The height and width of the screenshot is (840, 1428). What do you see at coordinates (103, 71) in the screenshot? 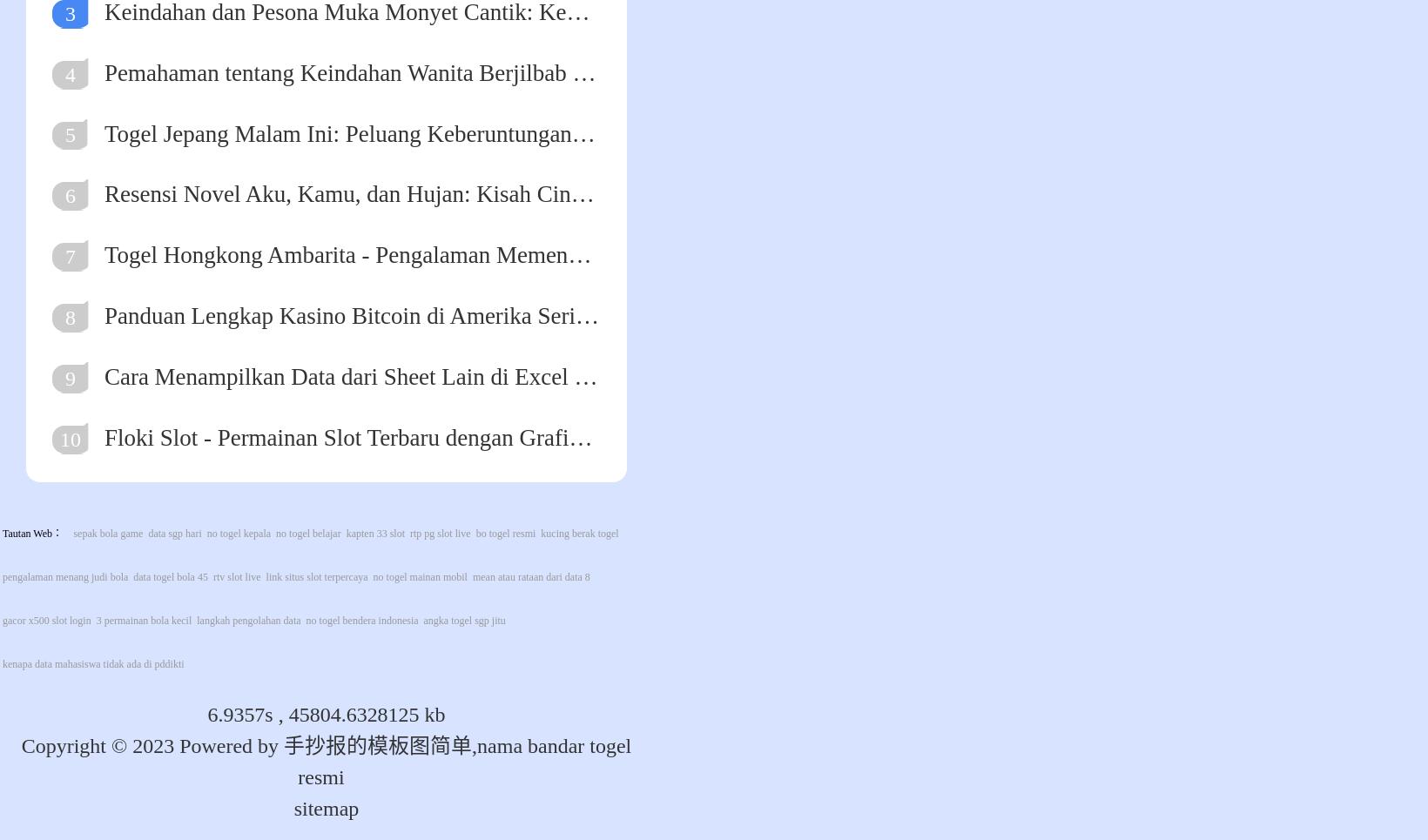
I see `'Pemahaman tentang Keindahan Wanita Berjilbab dalam Budaya Indonesia'` at bounding box center [103, 71].